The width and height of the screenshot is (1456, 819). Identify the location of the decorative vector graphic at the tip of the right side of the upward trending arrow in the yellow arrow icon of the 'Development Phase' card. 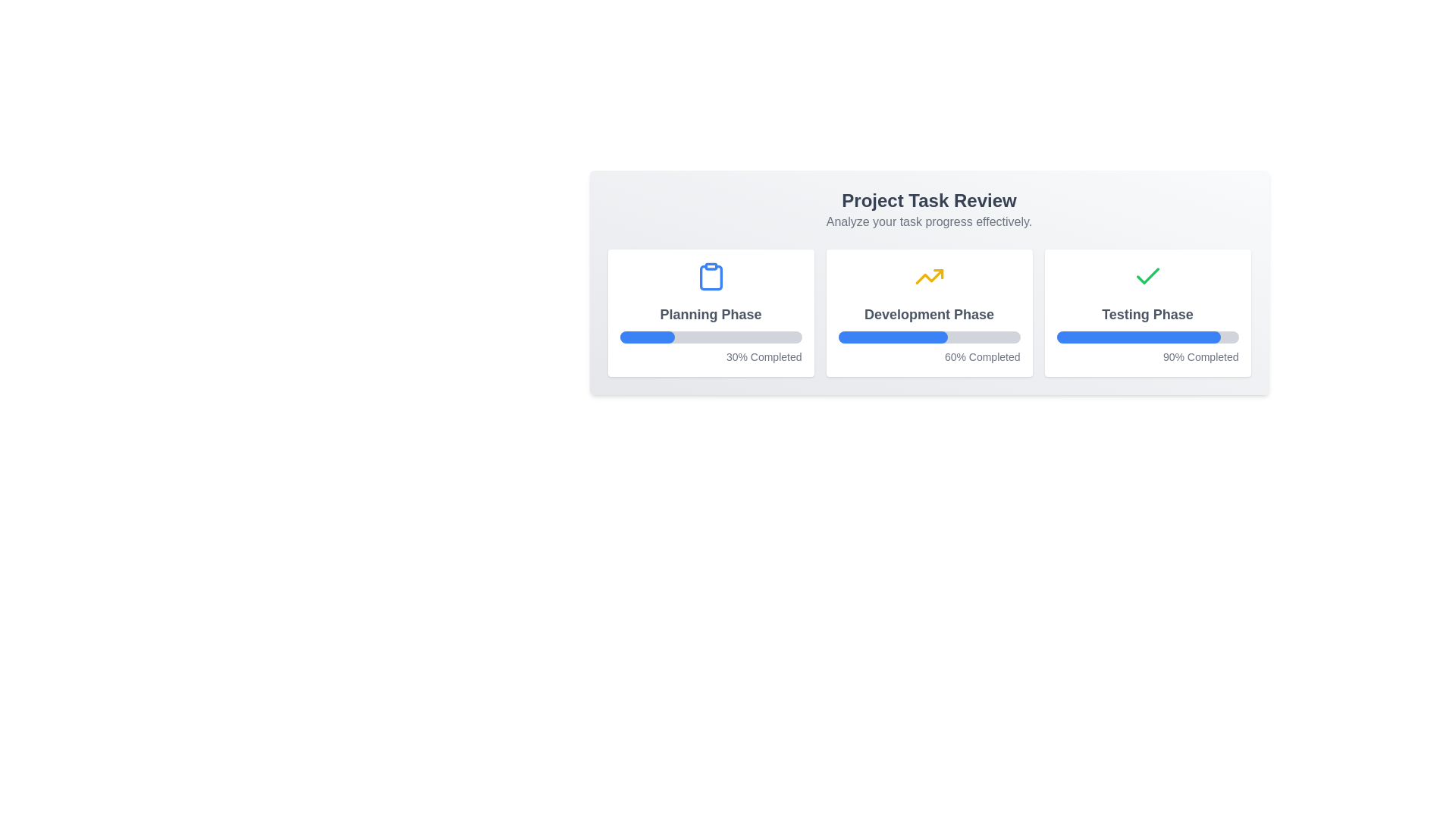
(937, 274).